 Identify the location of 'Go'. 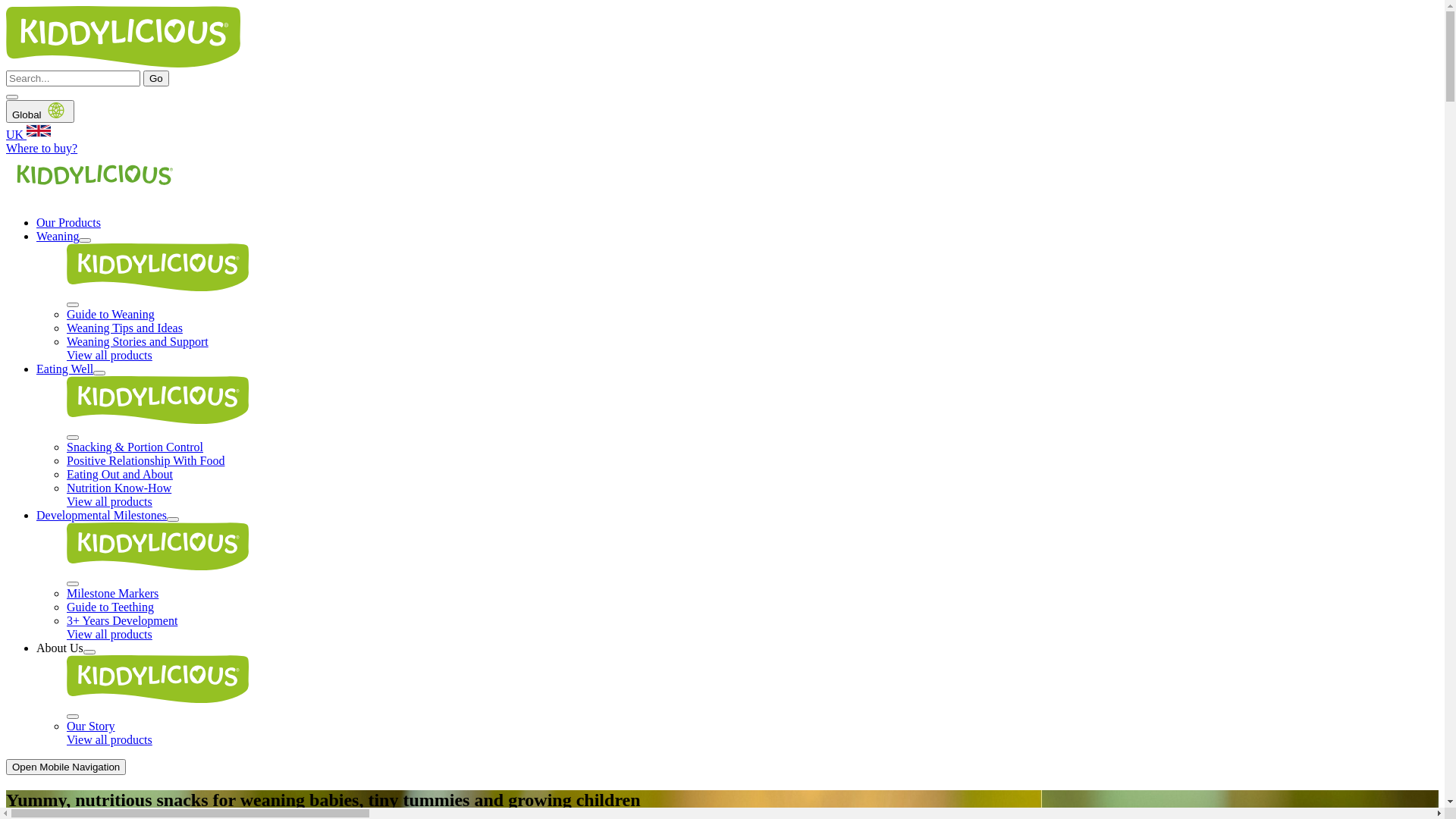
(156, 78).